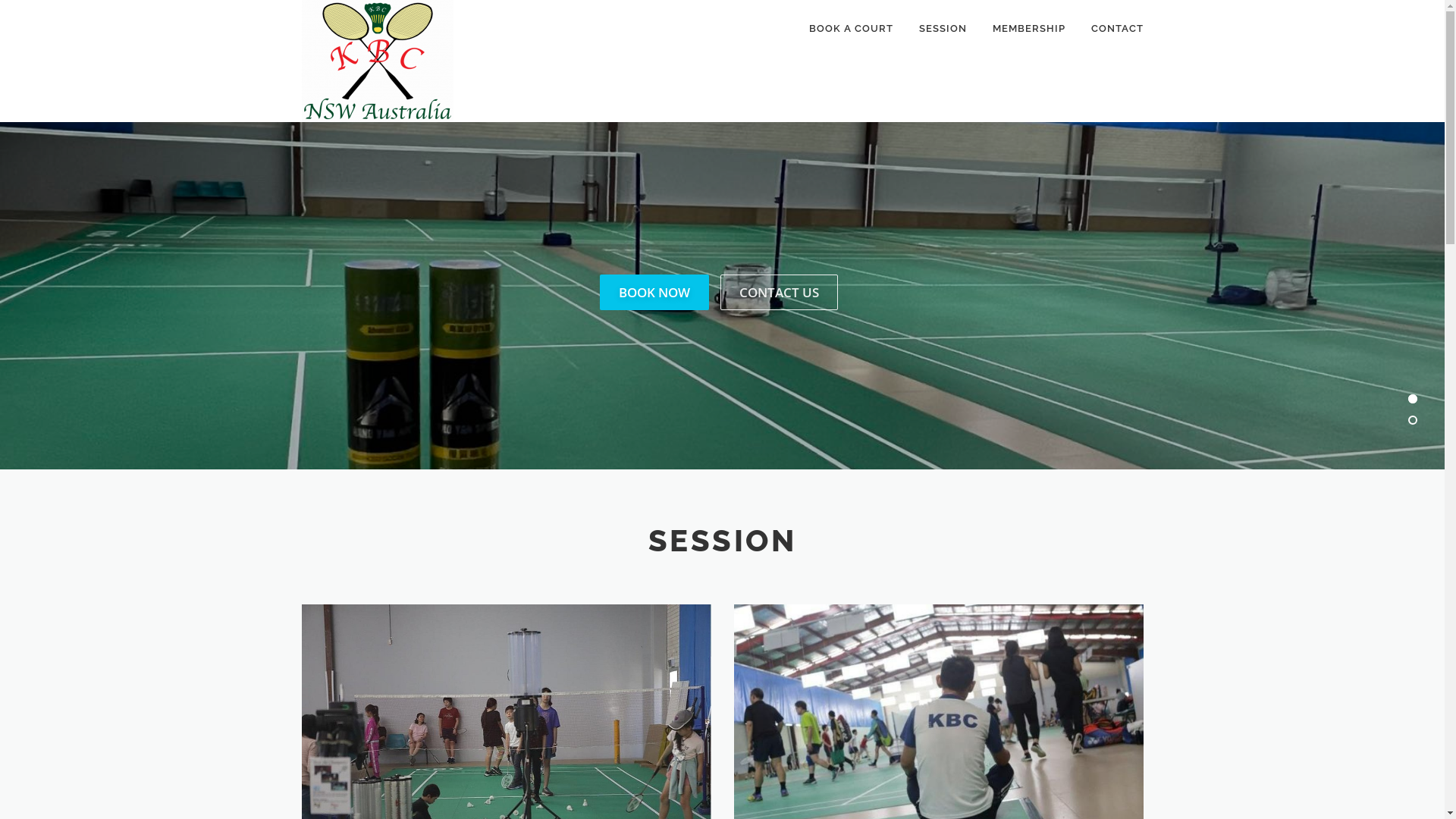 This screenshot has height=819, width=1456. I want to click on 'BOOK A COURT', so click(851, 28).